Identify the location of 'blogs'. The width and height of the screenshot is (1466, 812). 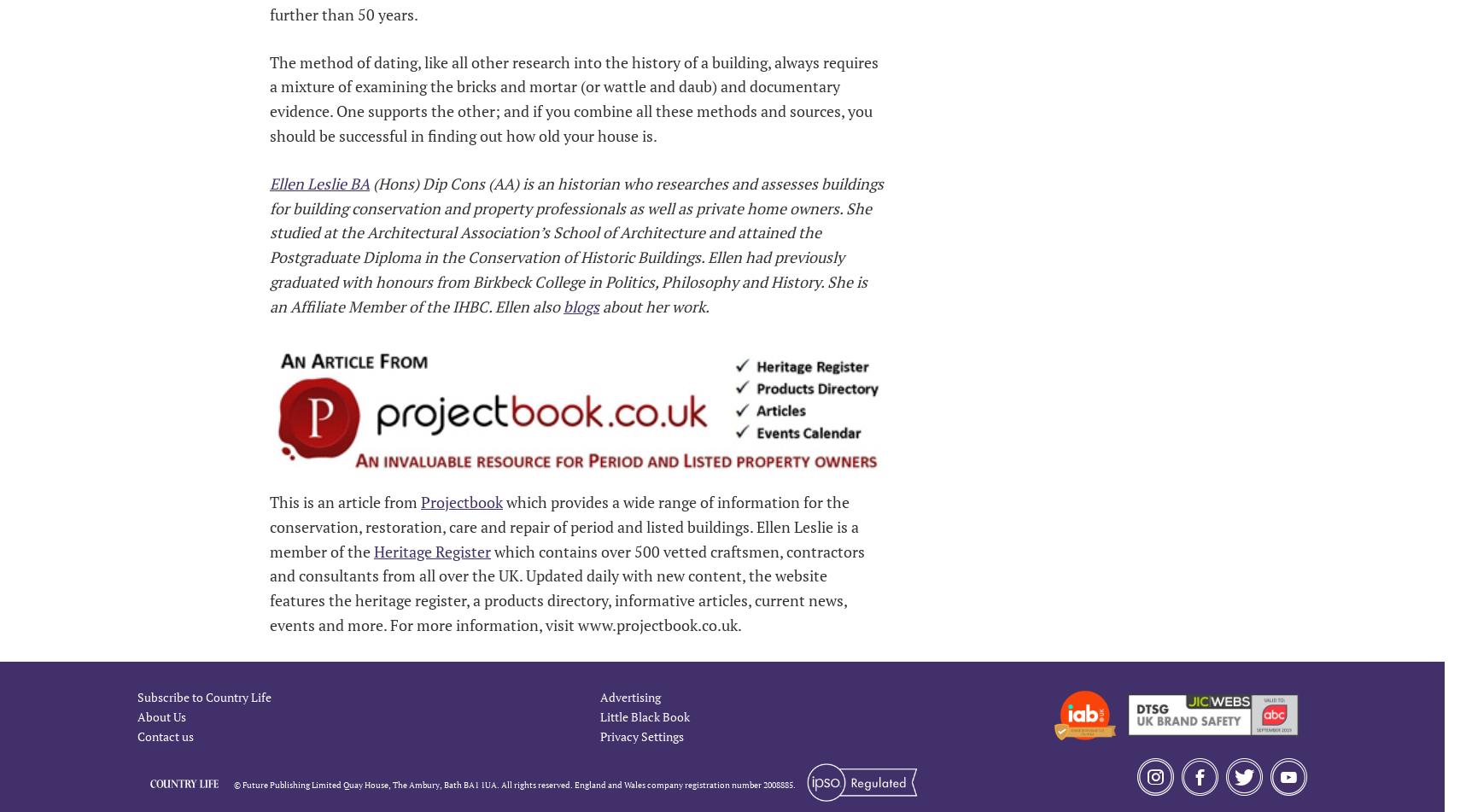
(581, 305).